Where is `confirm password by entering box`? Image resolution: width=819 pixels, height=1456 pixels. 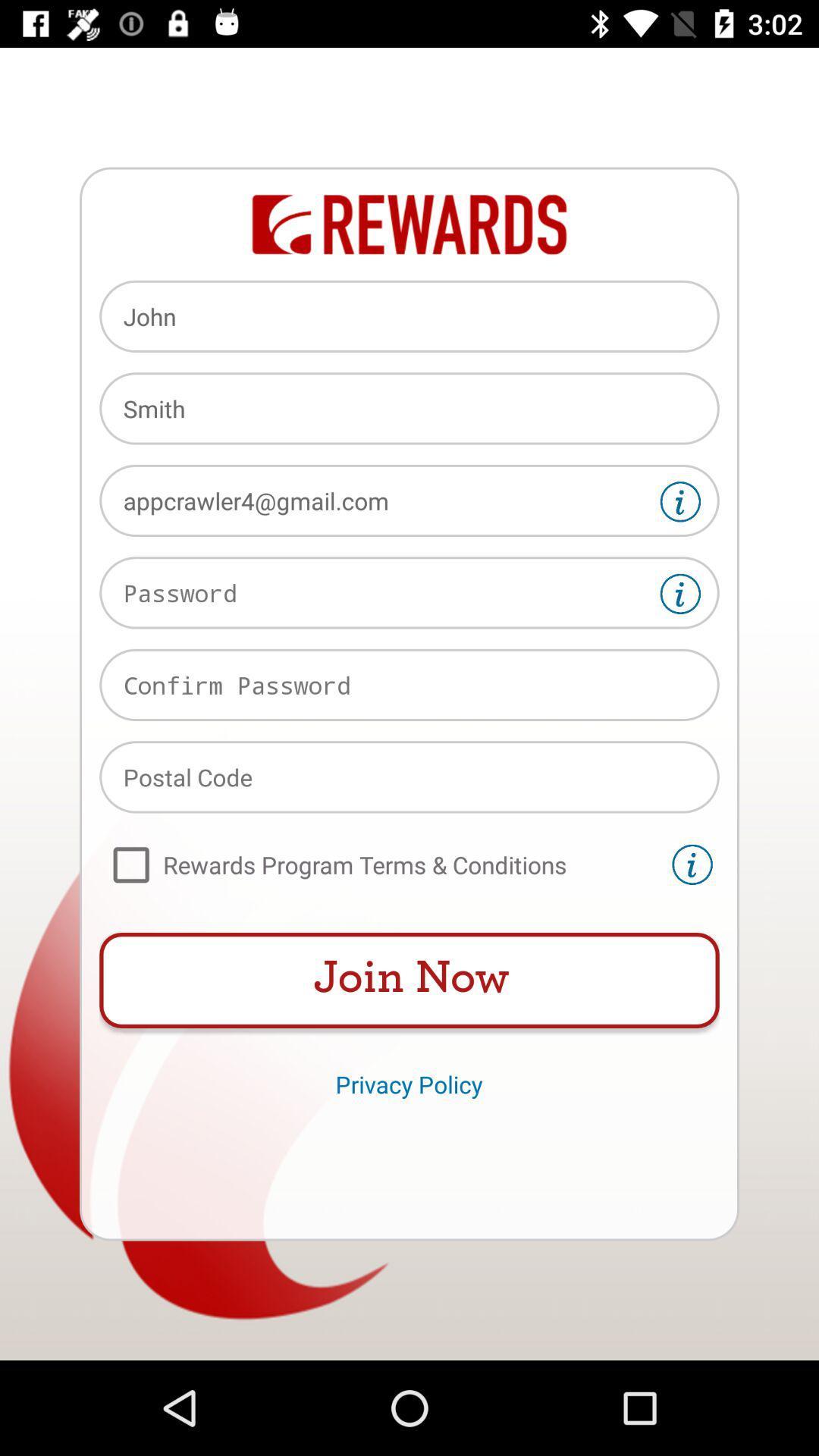 confirm password by entering box is located at coordinates (409, 684).